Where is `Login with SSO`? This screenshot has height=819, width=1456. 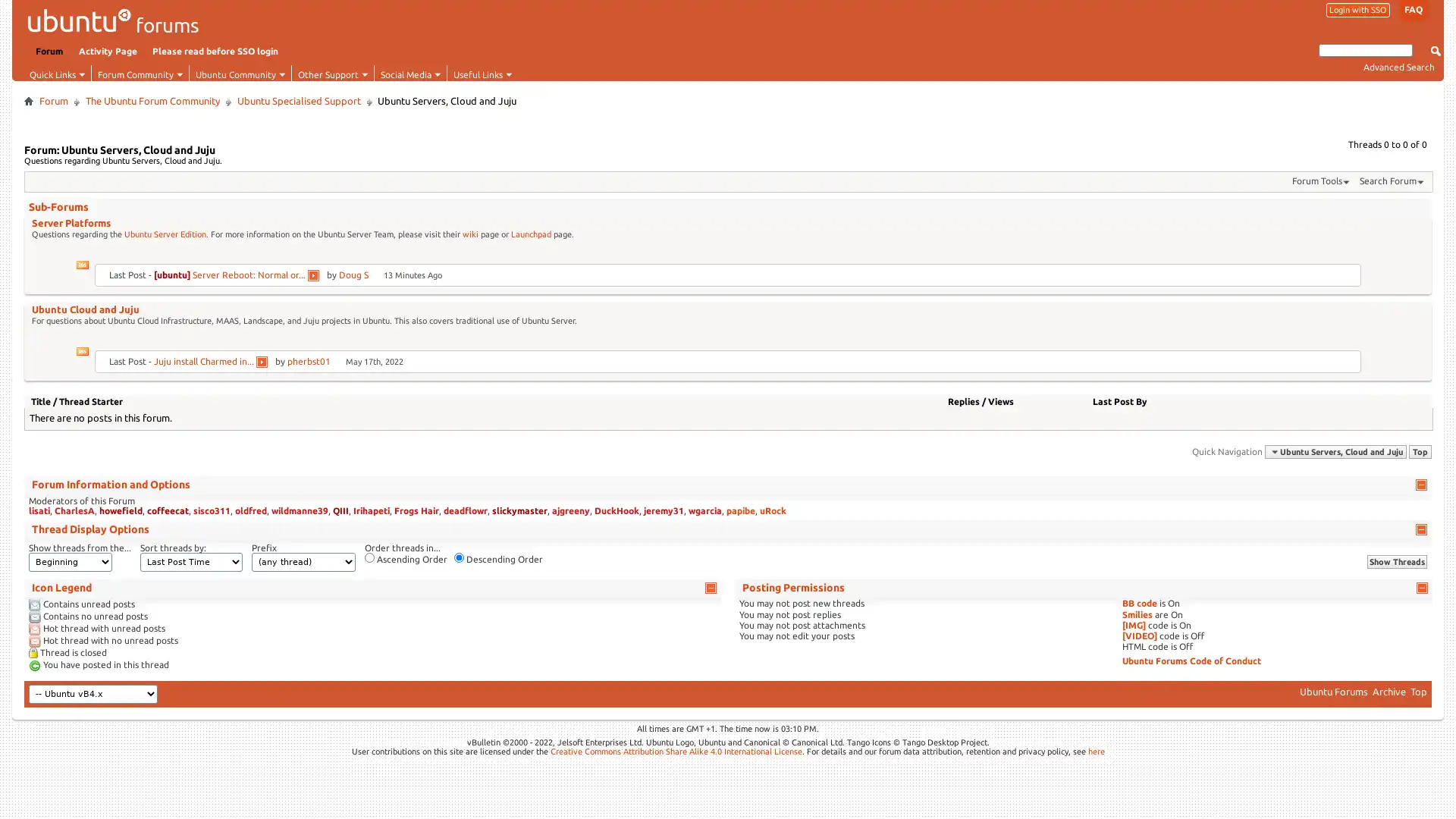 Login with SSO is located at coordinates (1357, 9).